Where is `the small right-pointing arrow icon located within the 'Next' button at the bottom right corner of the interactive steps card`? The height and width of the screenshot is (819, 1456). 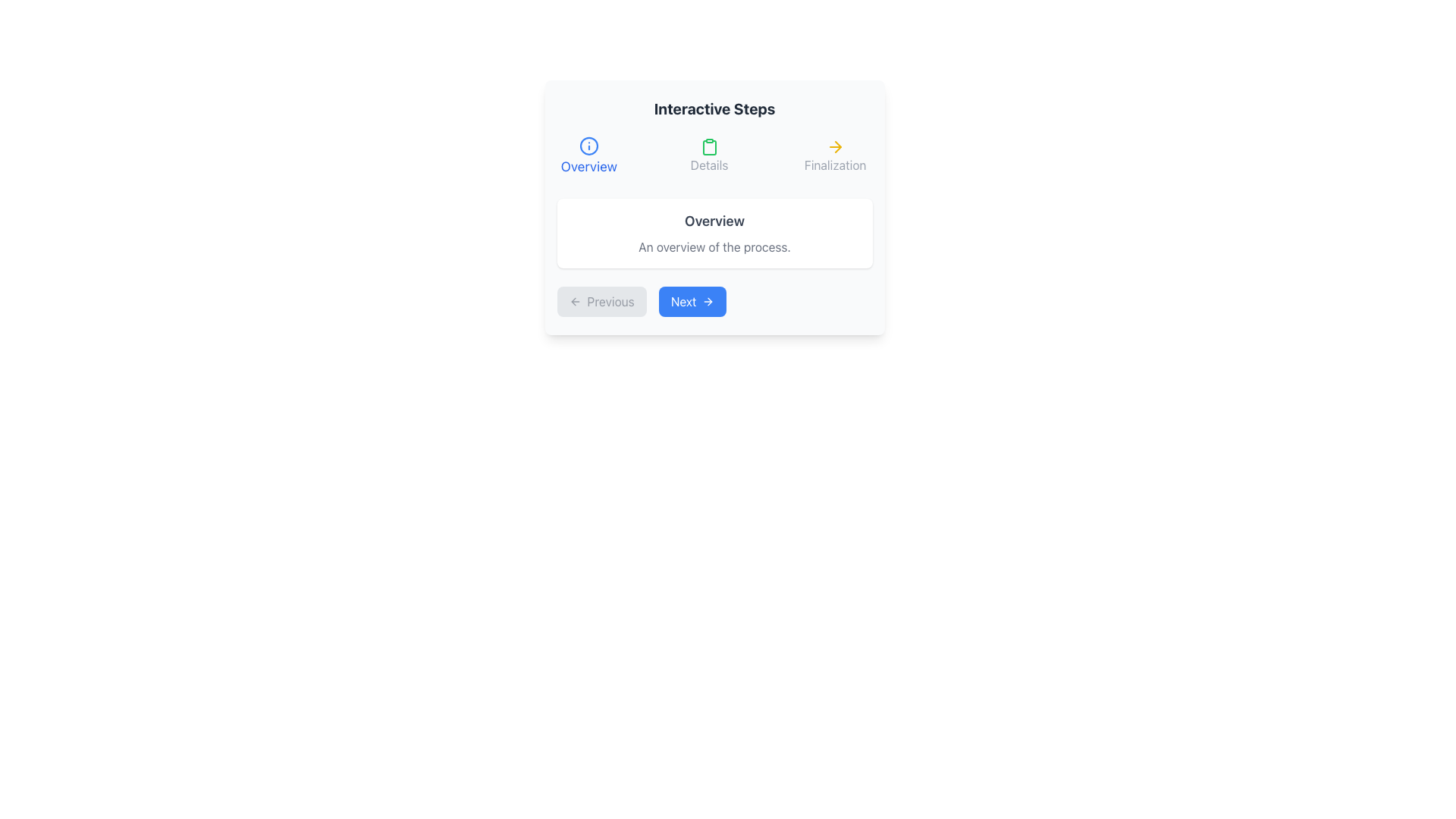 the small right-pointing arrow icon located within the 'Next' button at the bottom right corner of the interactive steps card is located at coordinates (708, 301).